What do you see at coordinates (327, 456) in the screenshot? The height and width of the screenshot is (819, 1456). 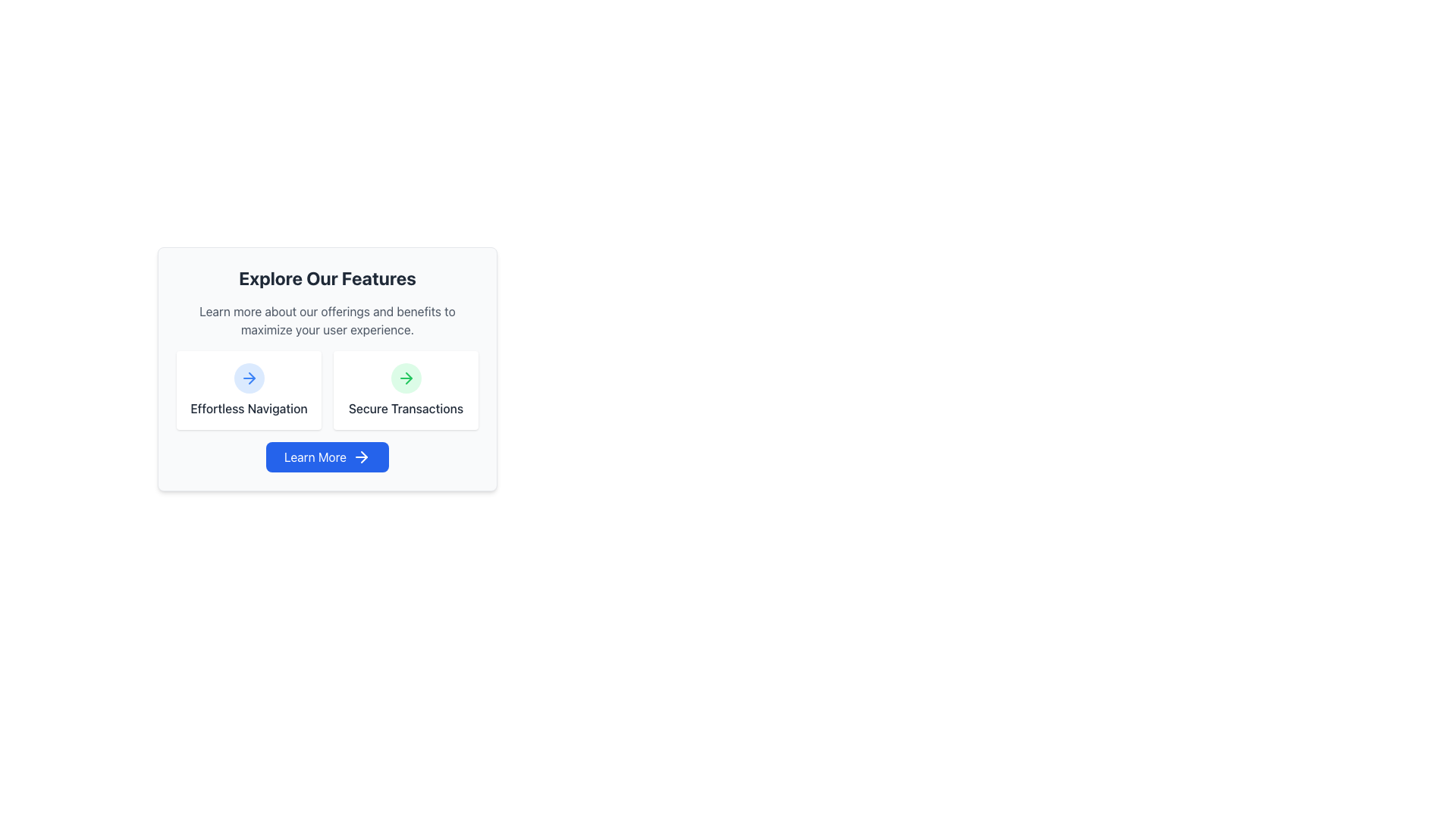 I see `the 'Learn More' button, which is a rectangular button with a blue background and white text, located centrally at the bottom of a card-like section` at bounding box center [327, 456].